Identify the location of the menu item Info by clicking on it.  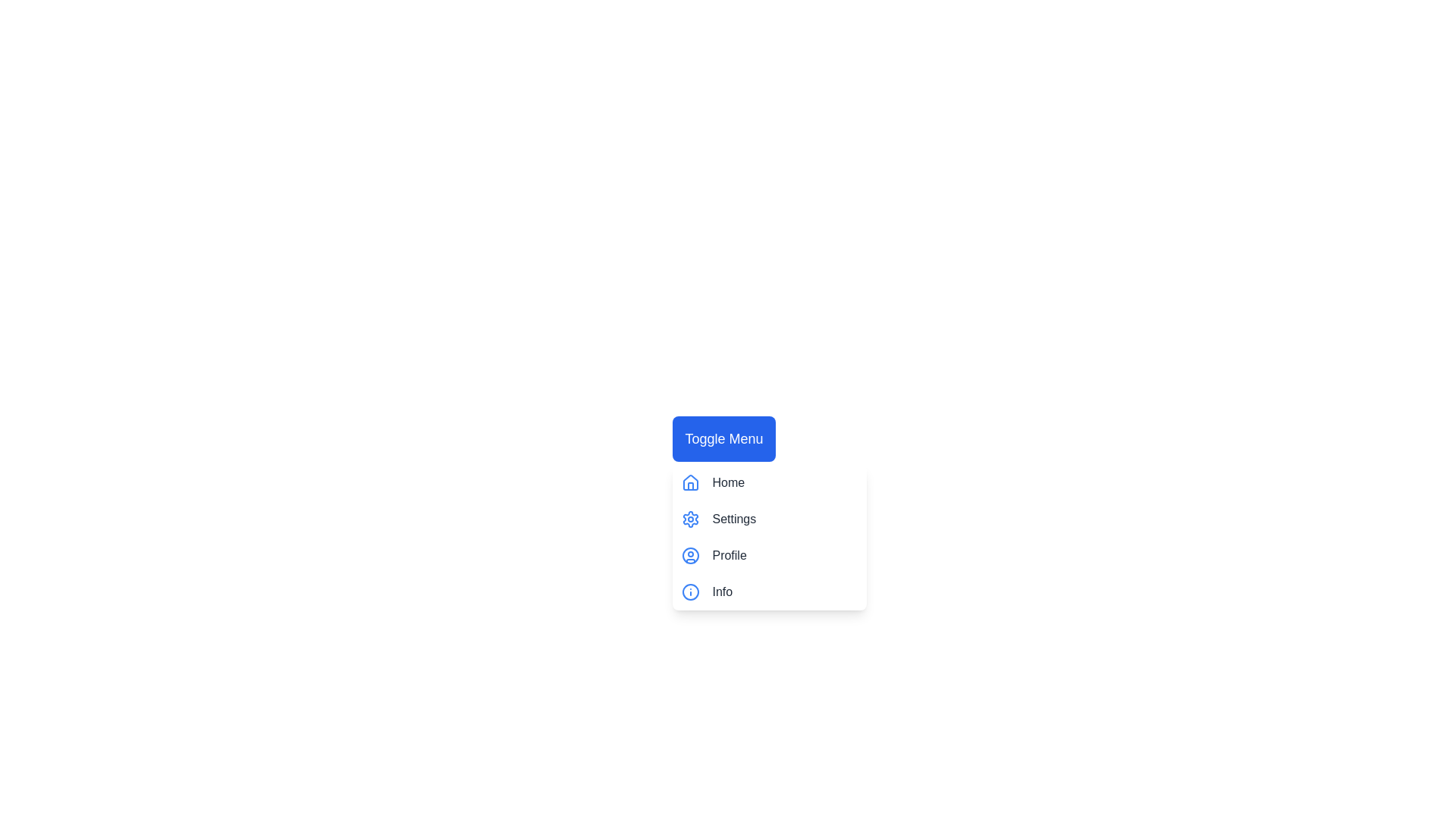
(769, 591).